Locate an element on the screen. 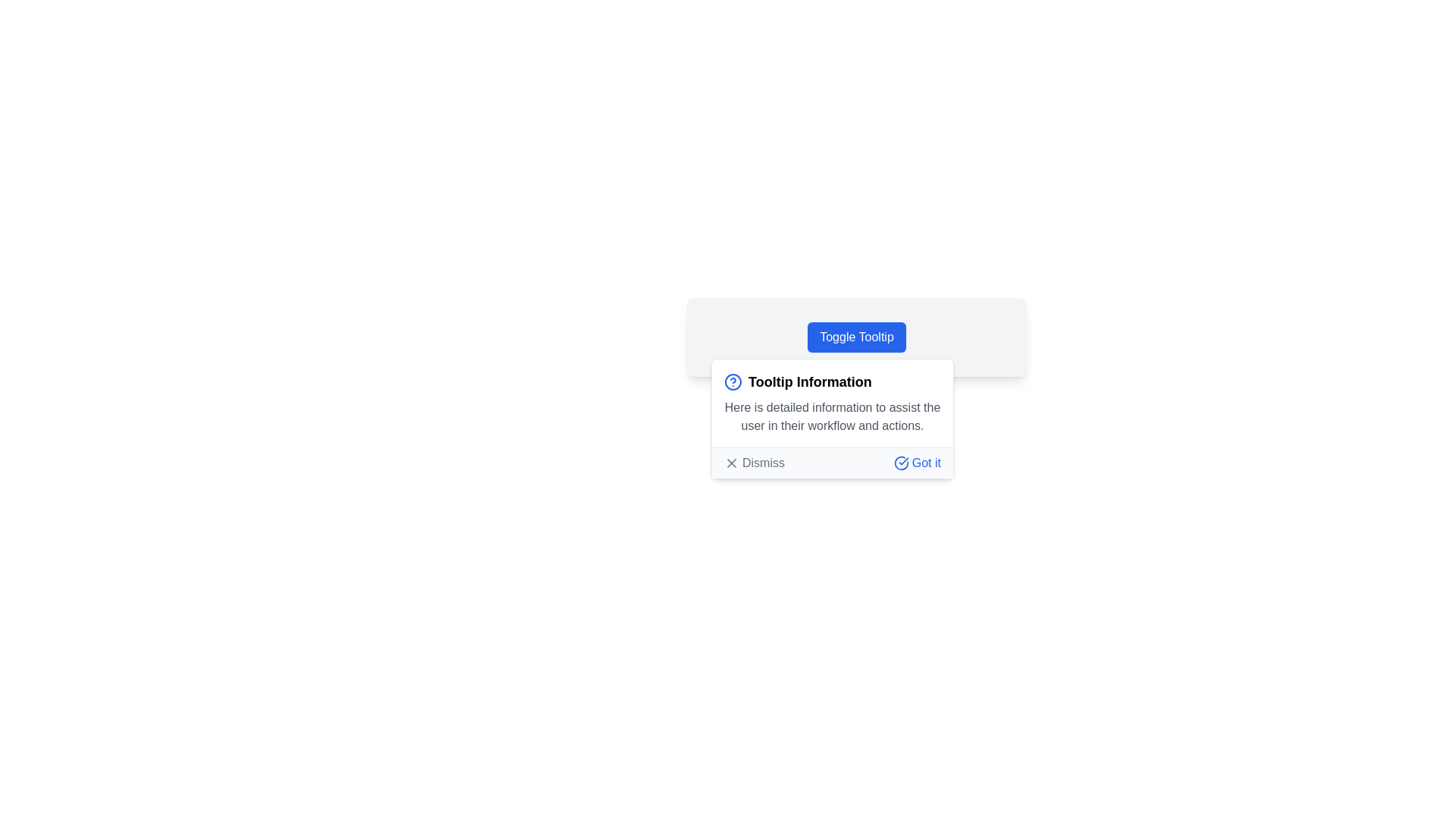 This screenshot has height=819, width=1456. the rectangular button with a blue background and white text reading 'Toggle Tooltip' is located at coordinates (856, 336).